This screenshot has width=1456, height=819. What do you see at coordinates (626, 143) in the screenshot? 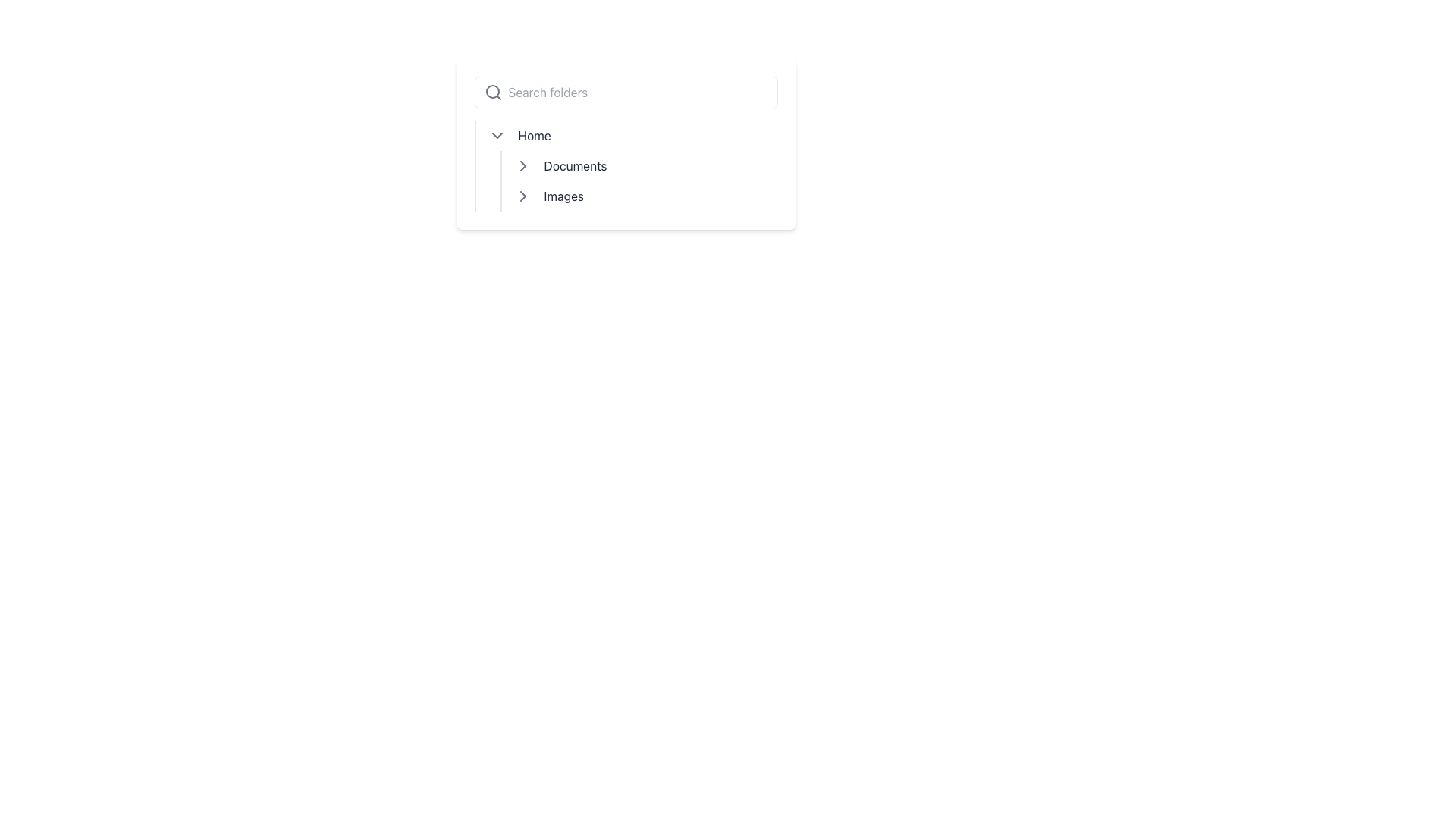
I see `the 'Documents' element in the navigational interface` at bounding box center [626, 143].